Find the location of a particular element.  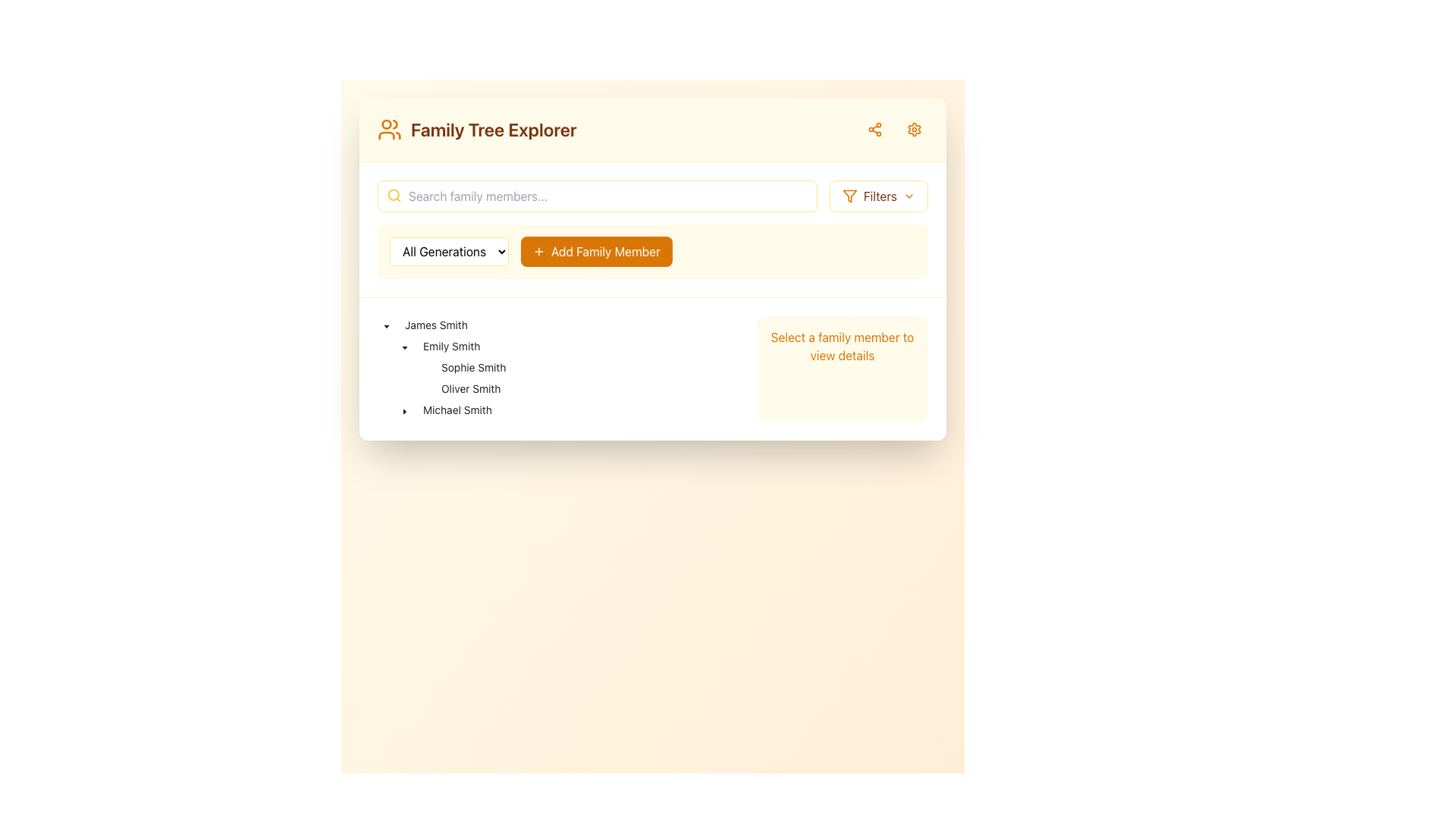

to select the text node labeled 'Oliver Smith' in the tree view, which is the second sub-item under 'Emily Smith' is located at coordinates (469, 388).